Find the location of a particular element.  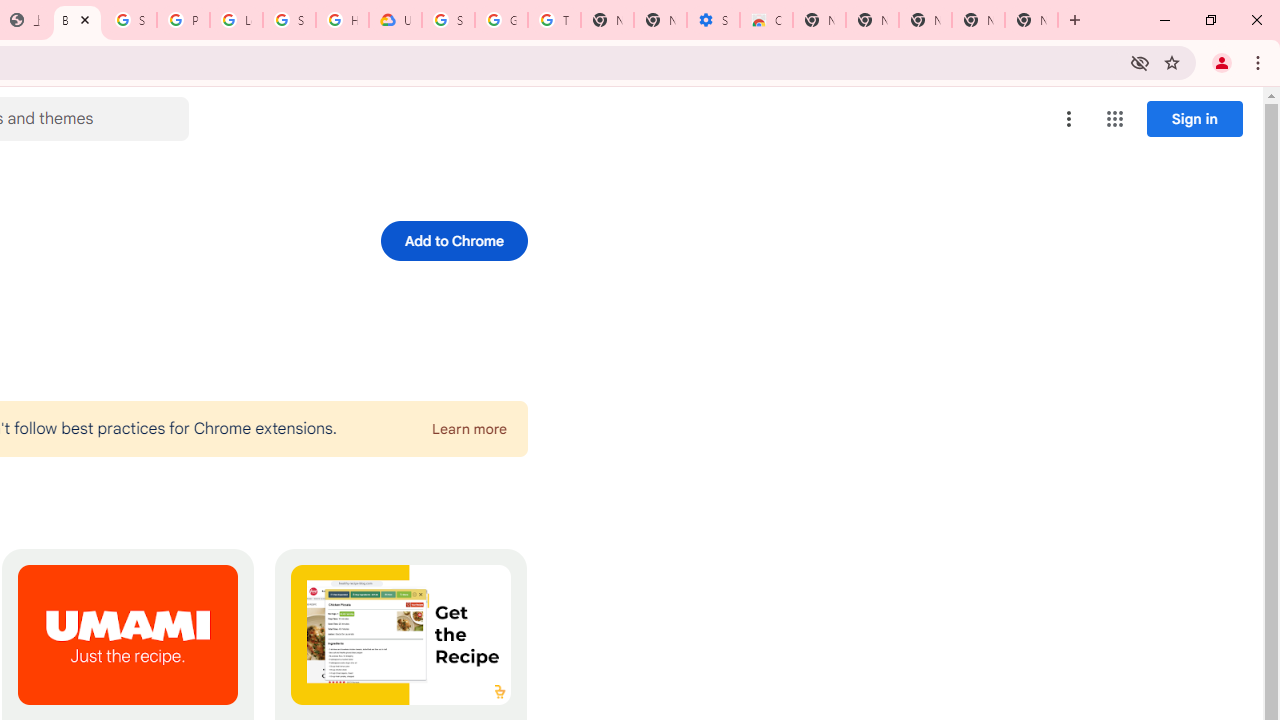

'Settings - Accessibility' is located at coordinates (713, 20).